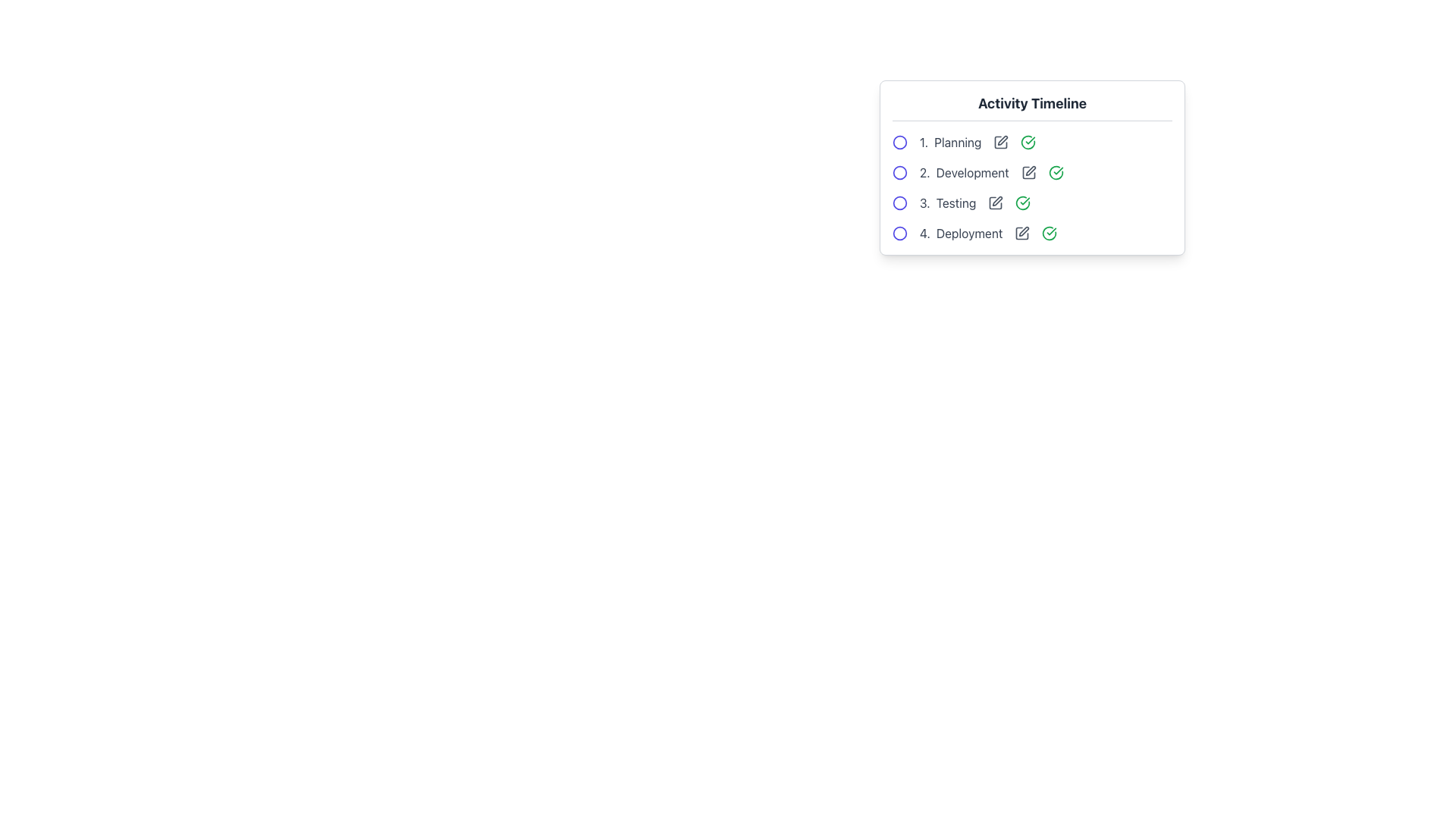 The height and width of the screenshot is (819, 1456). I want to click on the status of the circular icon with a thin indigo border located in the 'Activity Timeline' section preceding the text '3. Testing', so click(899, 202).